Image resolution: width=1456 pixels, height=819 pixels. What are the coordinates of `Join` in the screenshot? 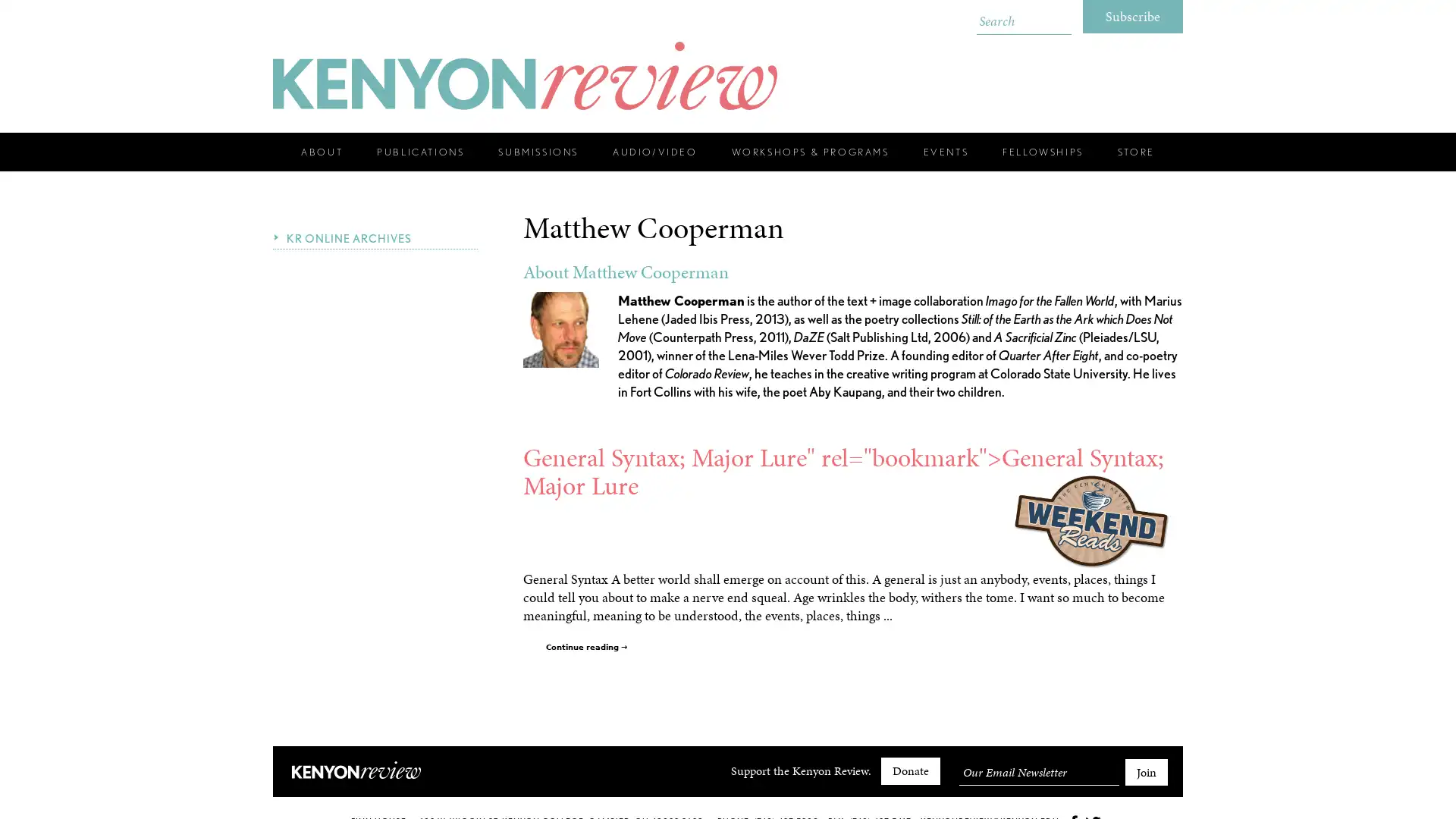 It's located at (1147, 772).